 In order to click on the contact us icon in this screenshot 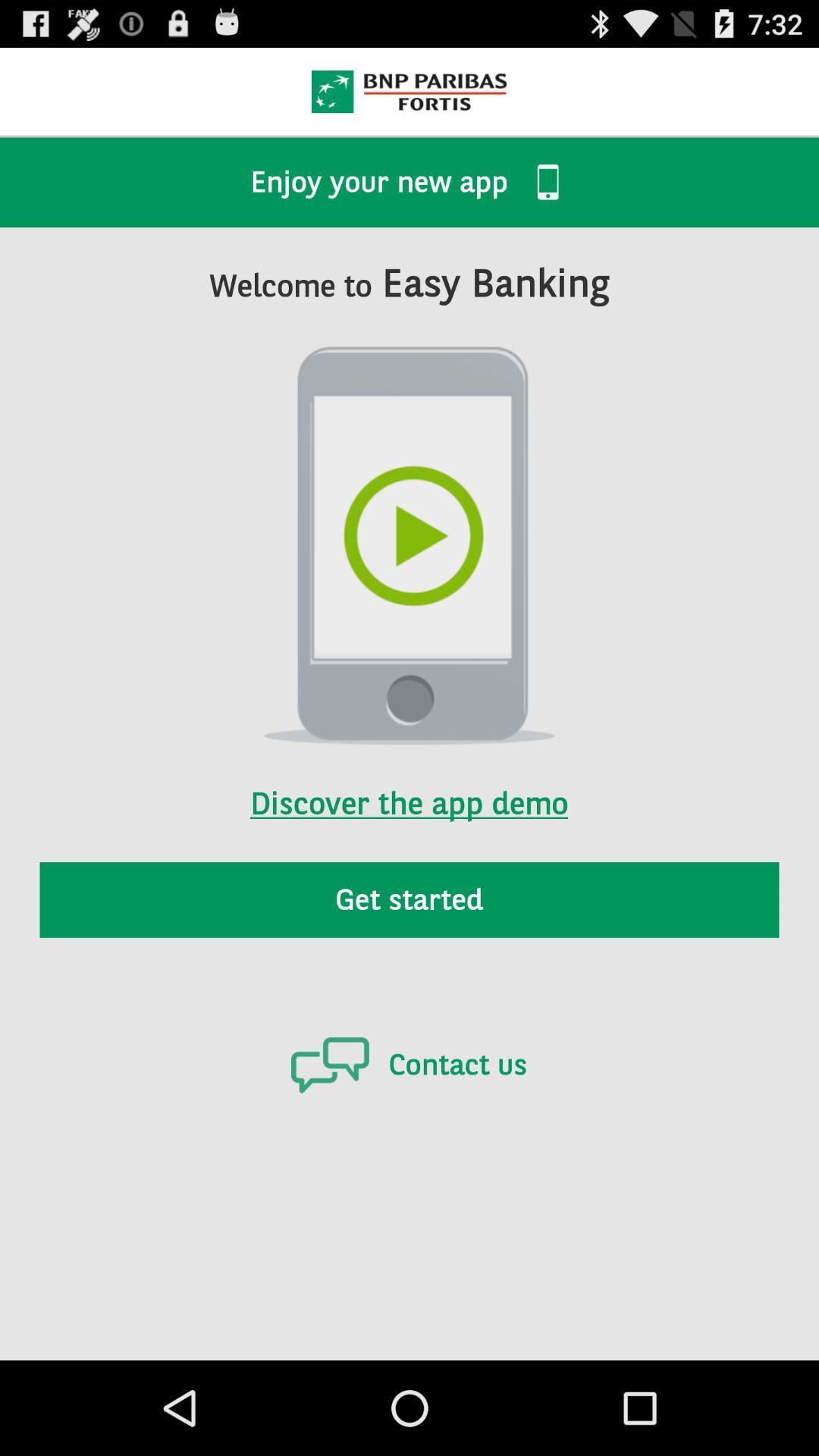, I will do `click(408, 1064)`.